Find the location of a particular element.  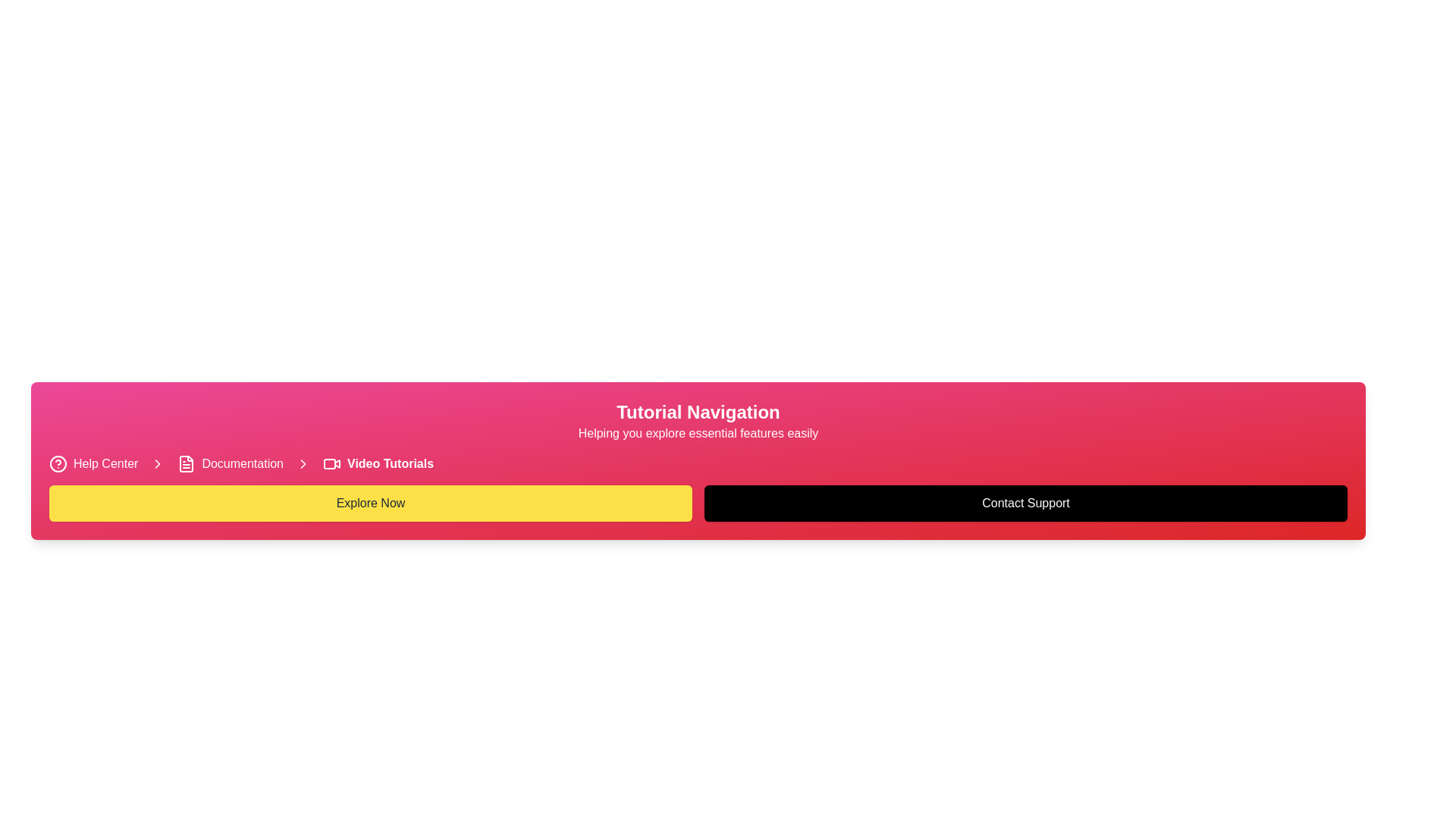

the 'Documentation' hyperlink element, which has a pink background and is styled with white text and an icon of a document is located at coordinates (230, 463).